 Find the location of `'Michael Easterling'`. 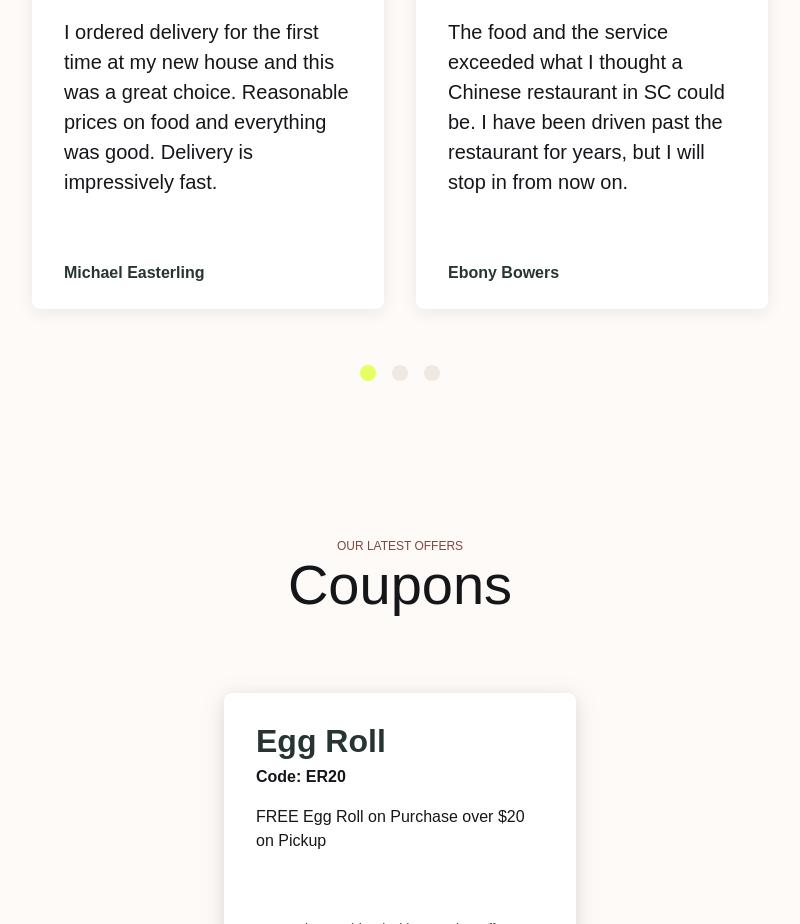

'Michael Easterling' is located at coordinates (134, 272).